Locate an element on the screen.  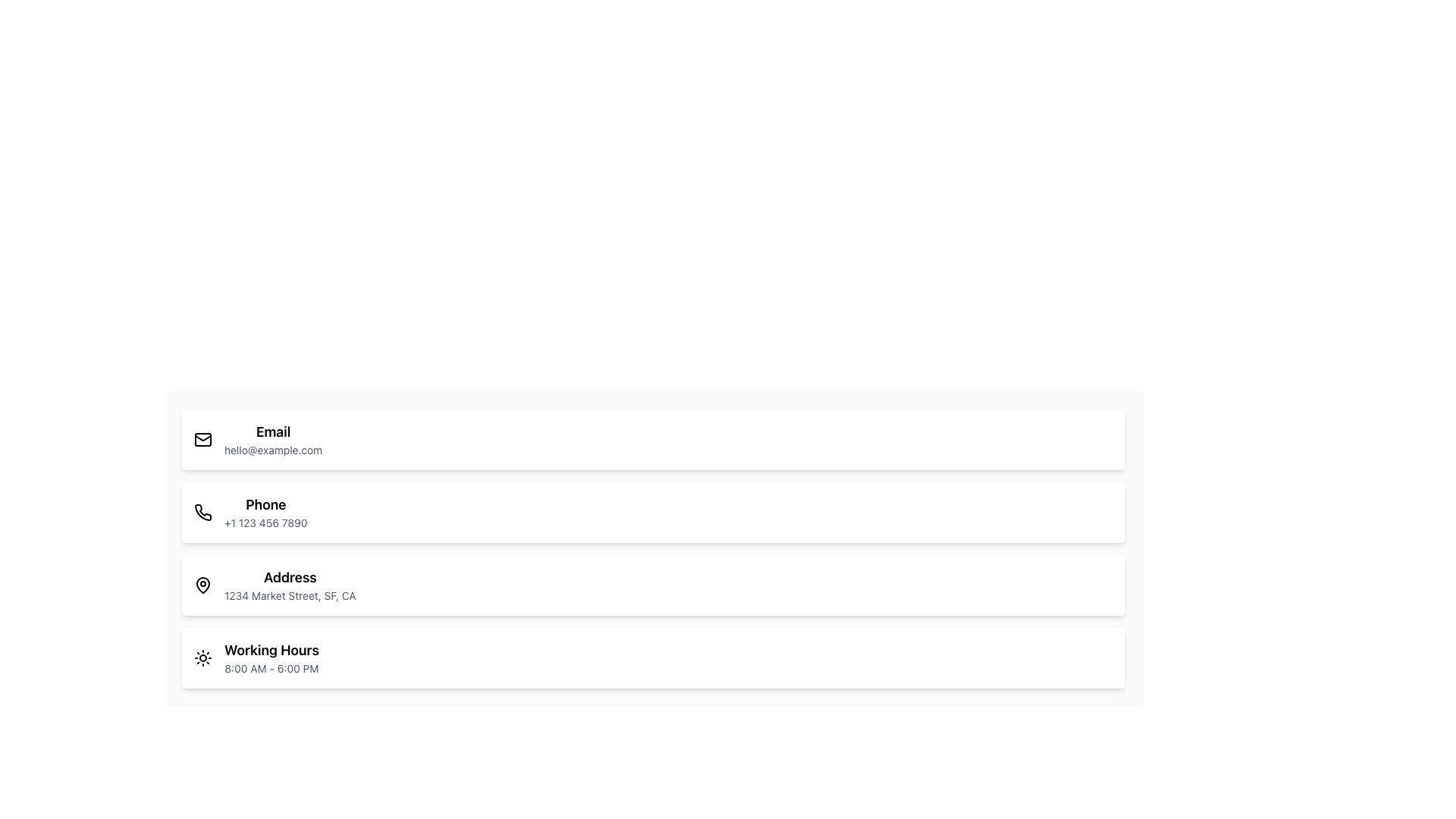
the circular pin-shaped icon representing a map pin, which is located to the left of the text labeled 'Address' in the itemized list is located at coordinates (202, 584).